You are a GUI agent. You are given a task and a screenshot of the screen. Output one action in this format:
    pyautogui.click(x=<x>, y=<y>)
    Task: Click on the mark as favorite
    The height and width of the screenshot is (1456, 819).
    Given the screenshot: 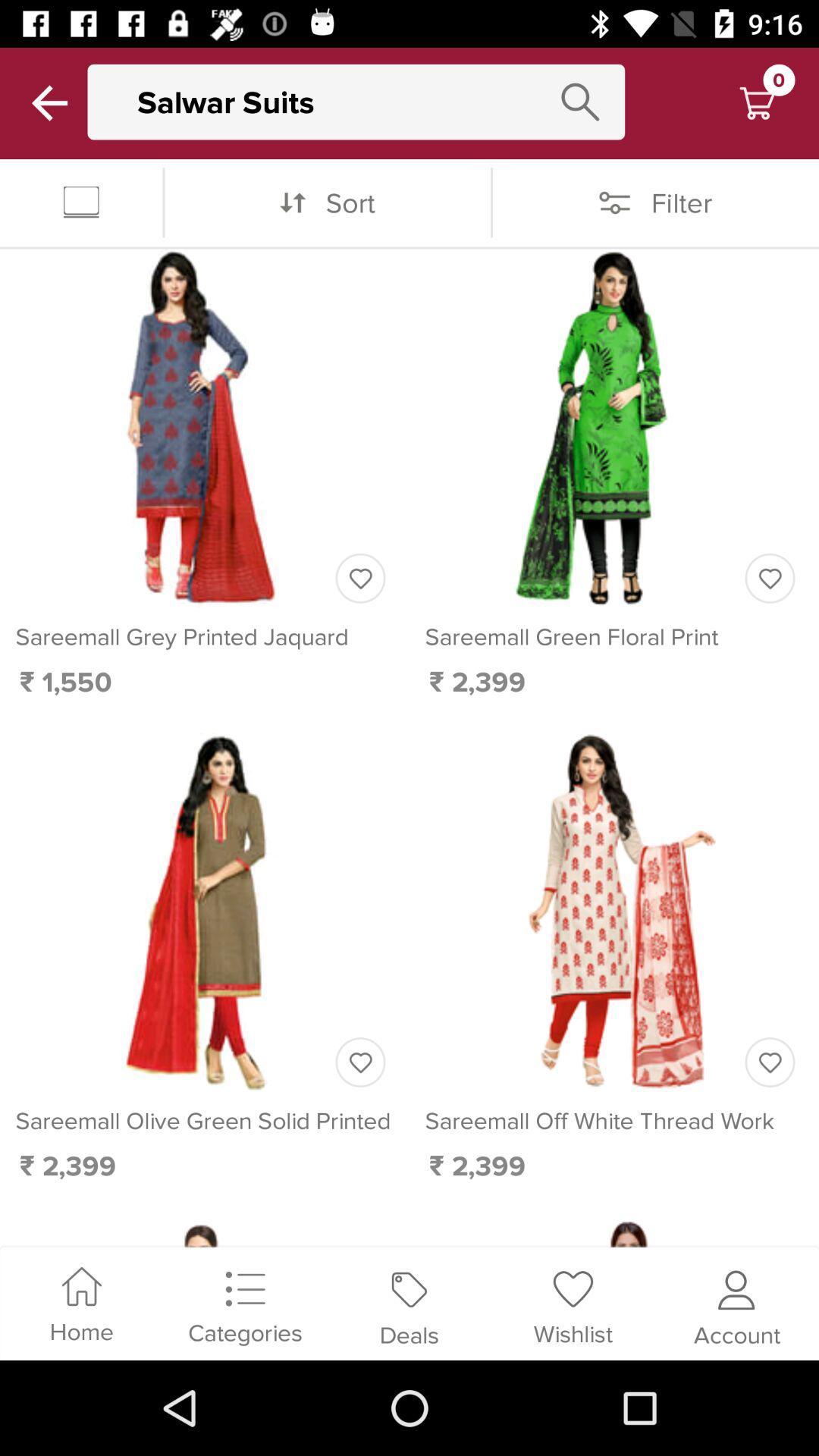 What is the action you would take?
    pyautogui.click(x=360, y=577)
    